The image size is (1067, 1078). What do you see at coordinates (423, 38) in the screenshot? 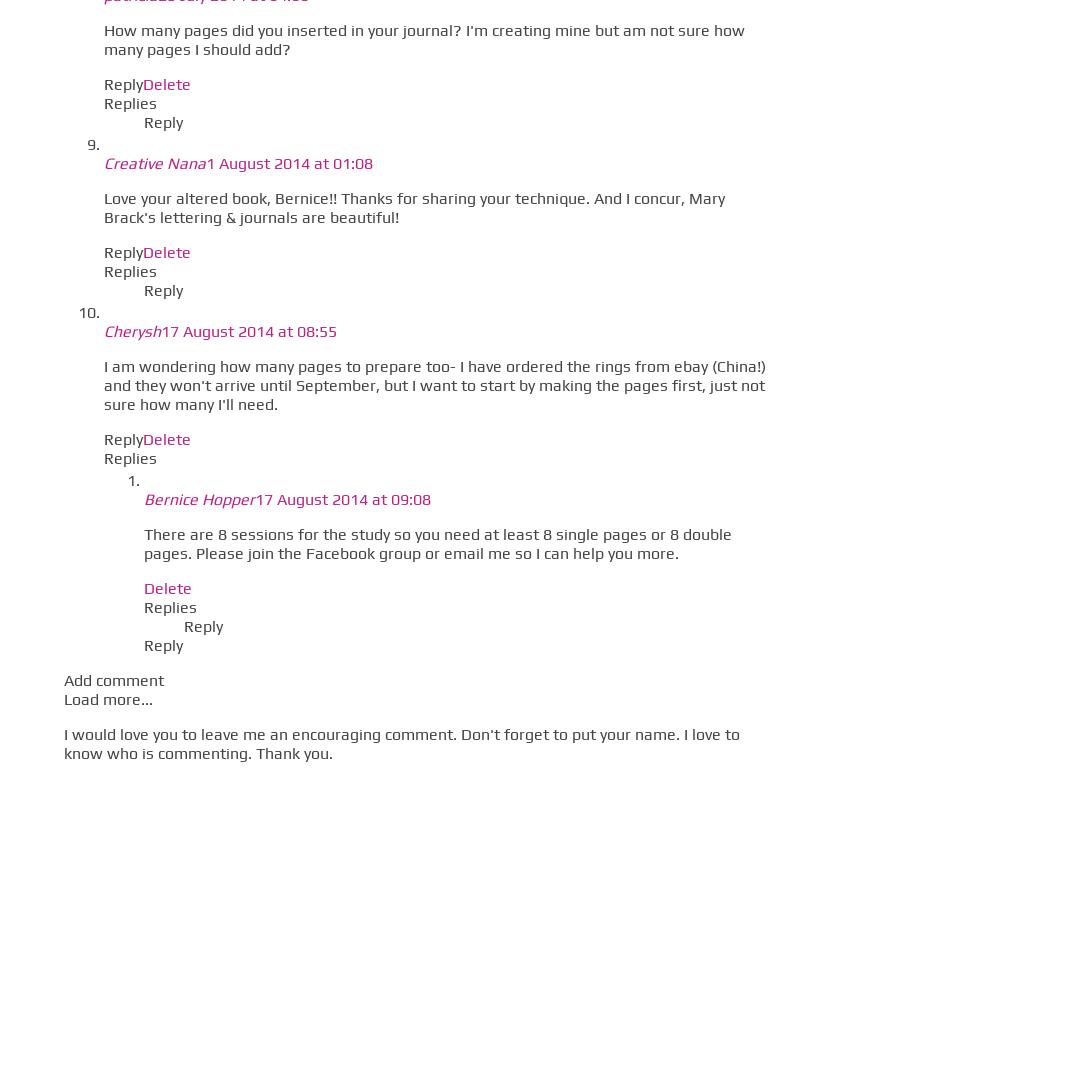
I see `'How many pages did you inserted in your journal? I'm creating mine but am not sure how many pages I should add?'` at bounding box center [423, 38].